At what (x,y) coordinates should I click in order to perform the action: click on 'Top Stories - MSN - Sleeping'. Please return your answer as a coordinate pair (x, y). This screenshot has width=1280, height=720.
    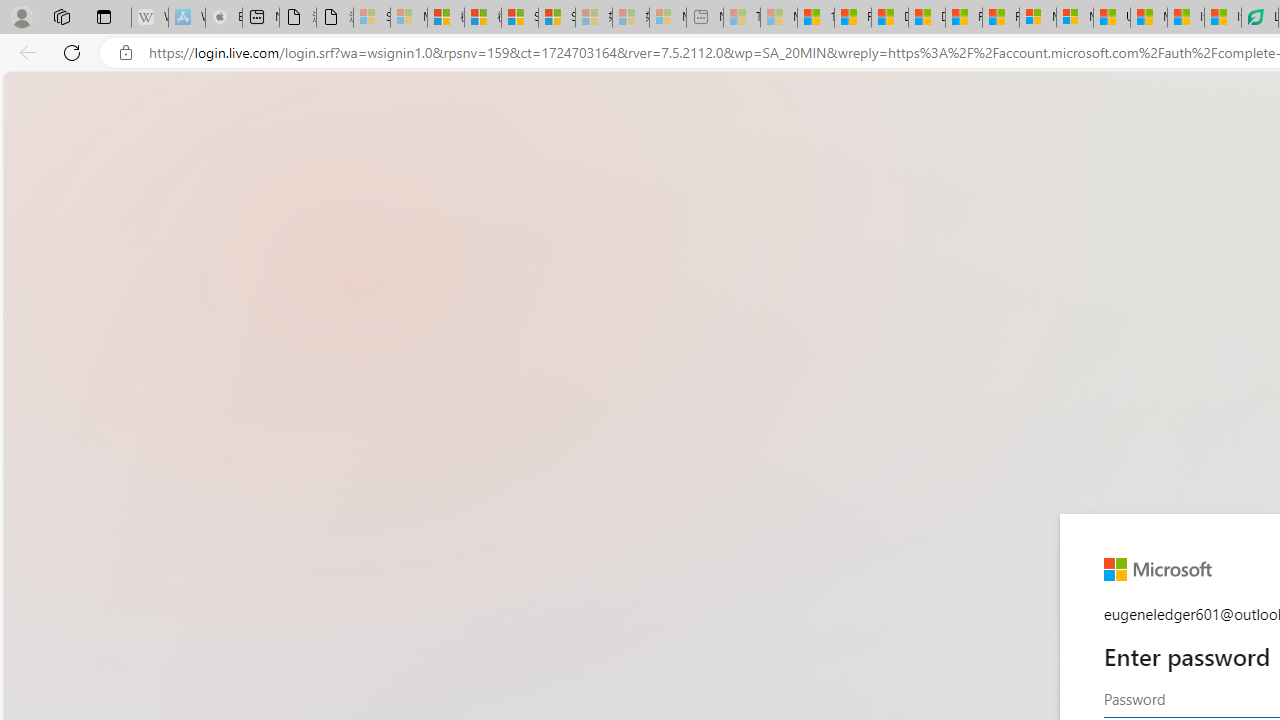
    Looking at the image, I should click on (741, 17).